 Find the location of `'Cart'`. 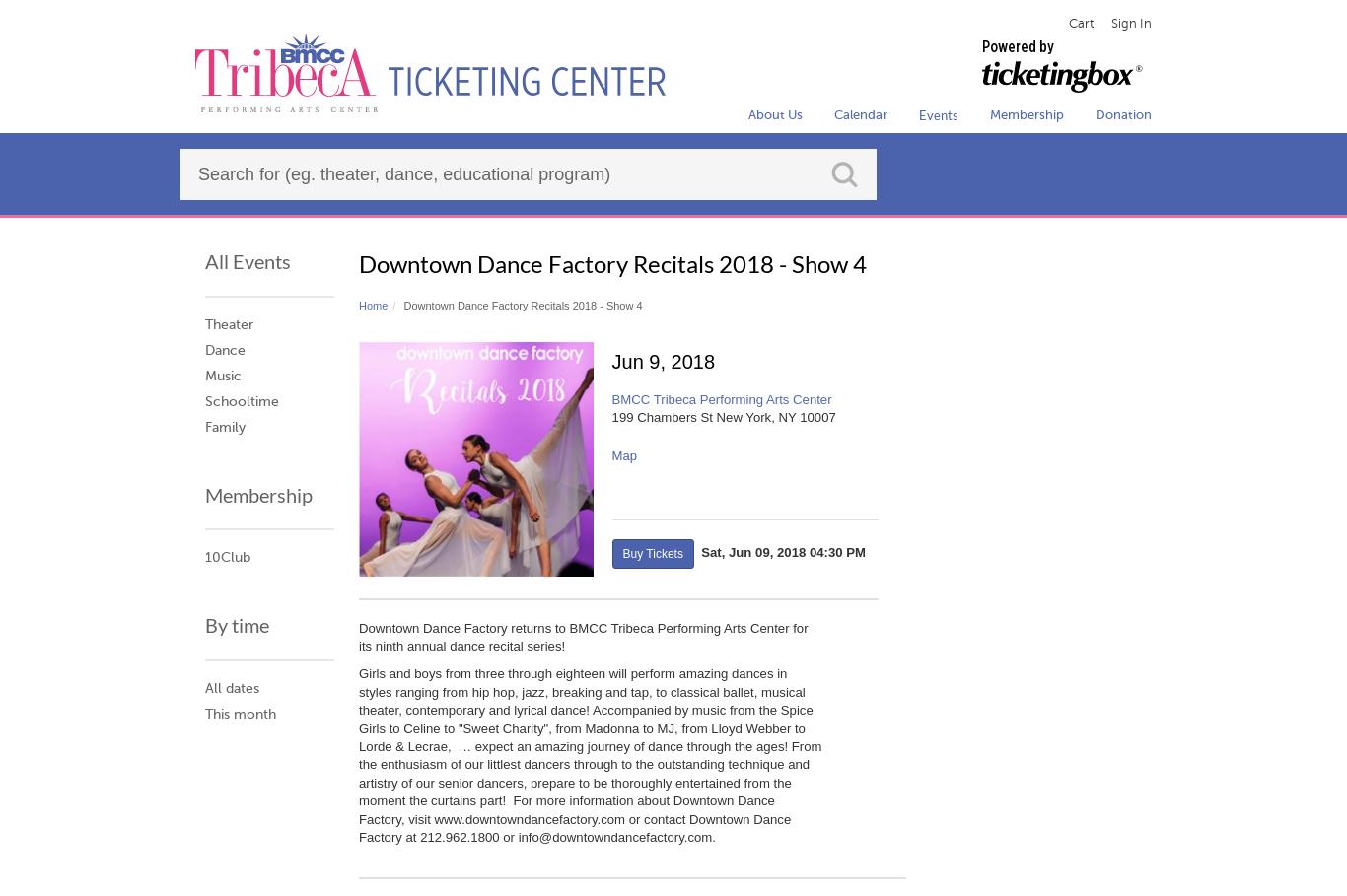

'Cart' is located at coordinates (1079, 22).